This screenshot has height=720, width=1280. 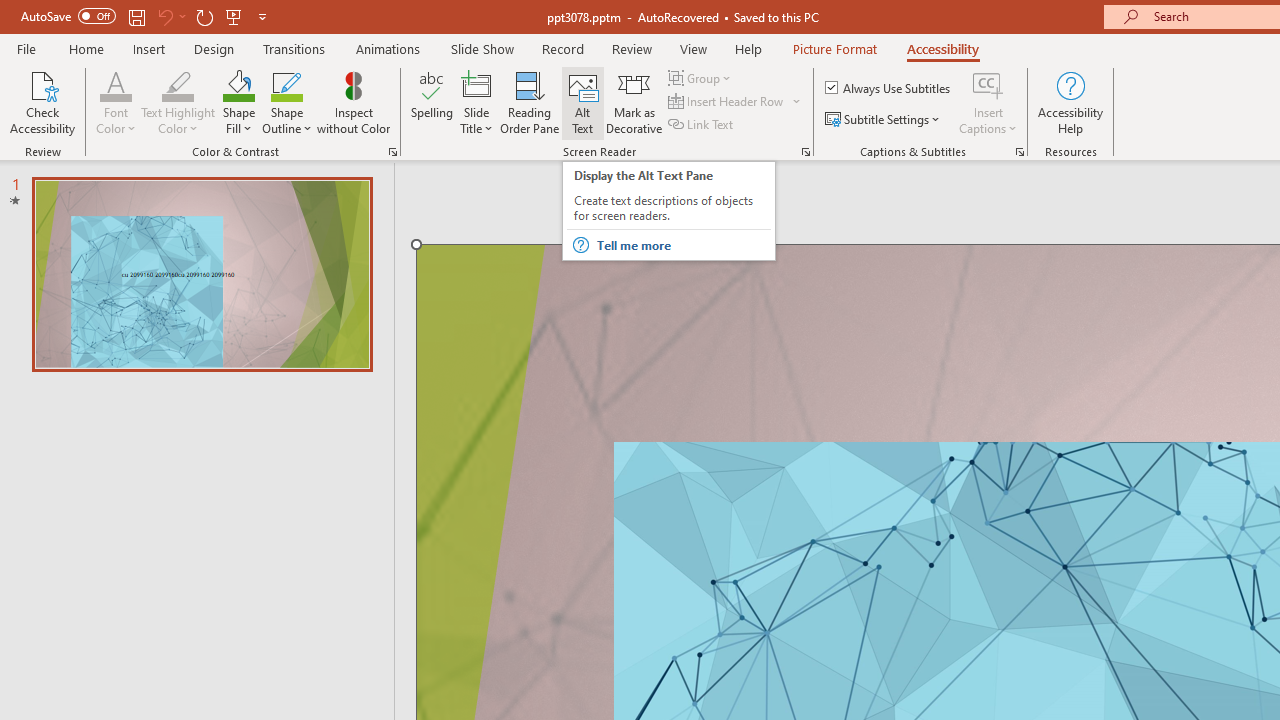 What do you see at coordinates (633, 103) in the screenshot?
I see `'Mark as Decorative'` at bounding box center [633, 103].